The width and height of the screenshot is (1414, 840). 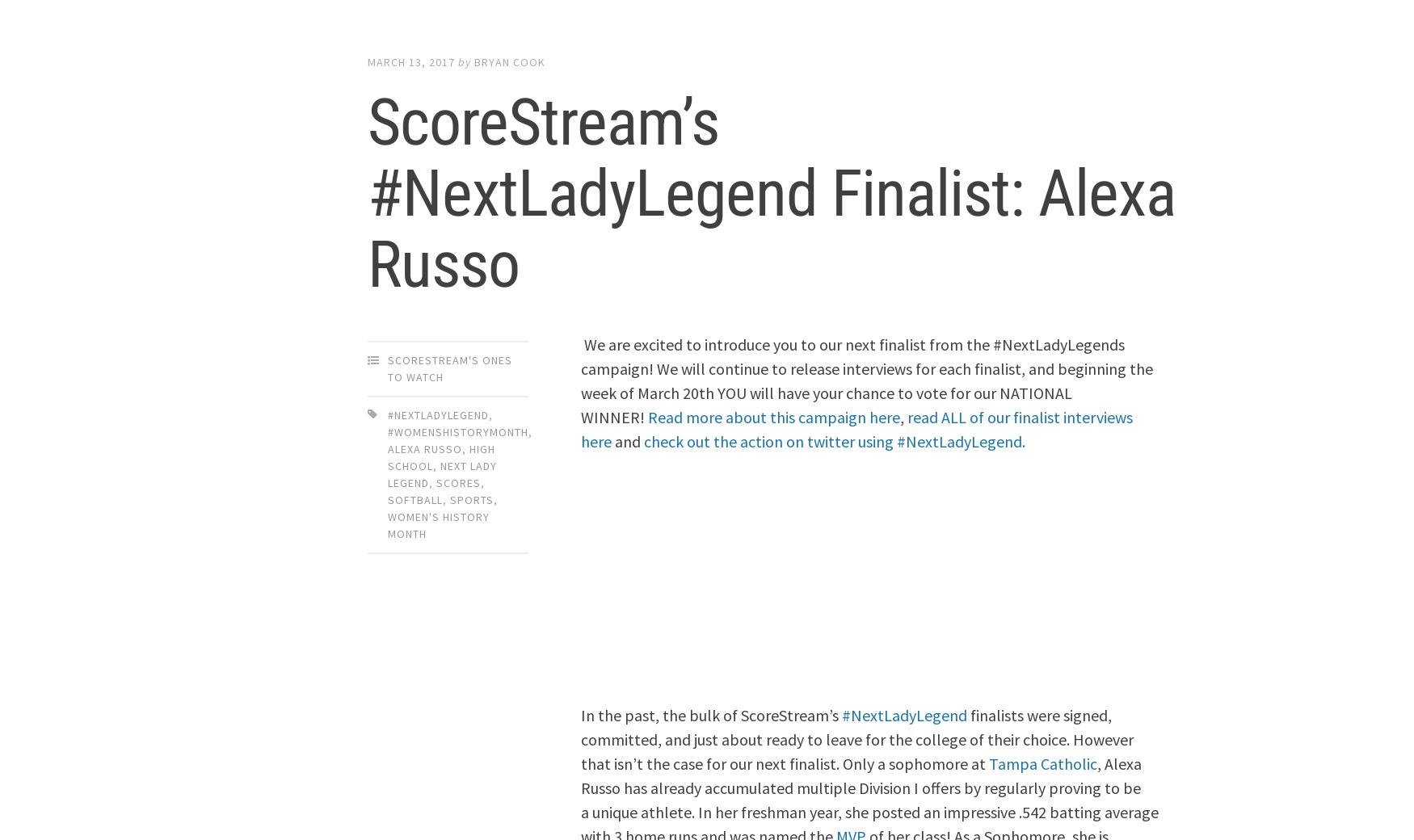 I want to click on 'check out the action on twitter using #NextLadyLegend.', so click(x=834, y=439).